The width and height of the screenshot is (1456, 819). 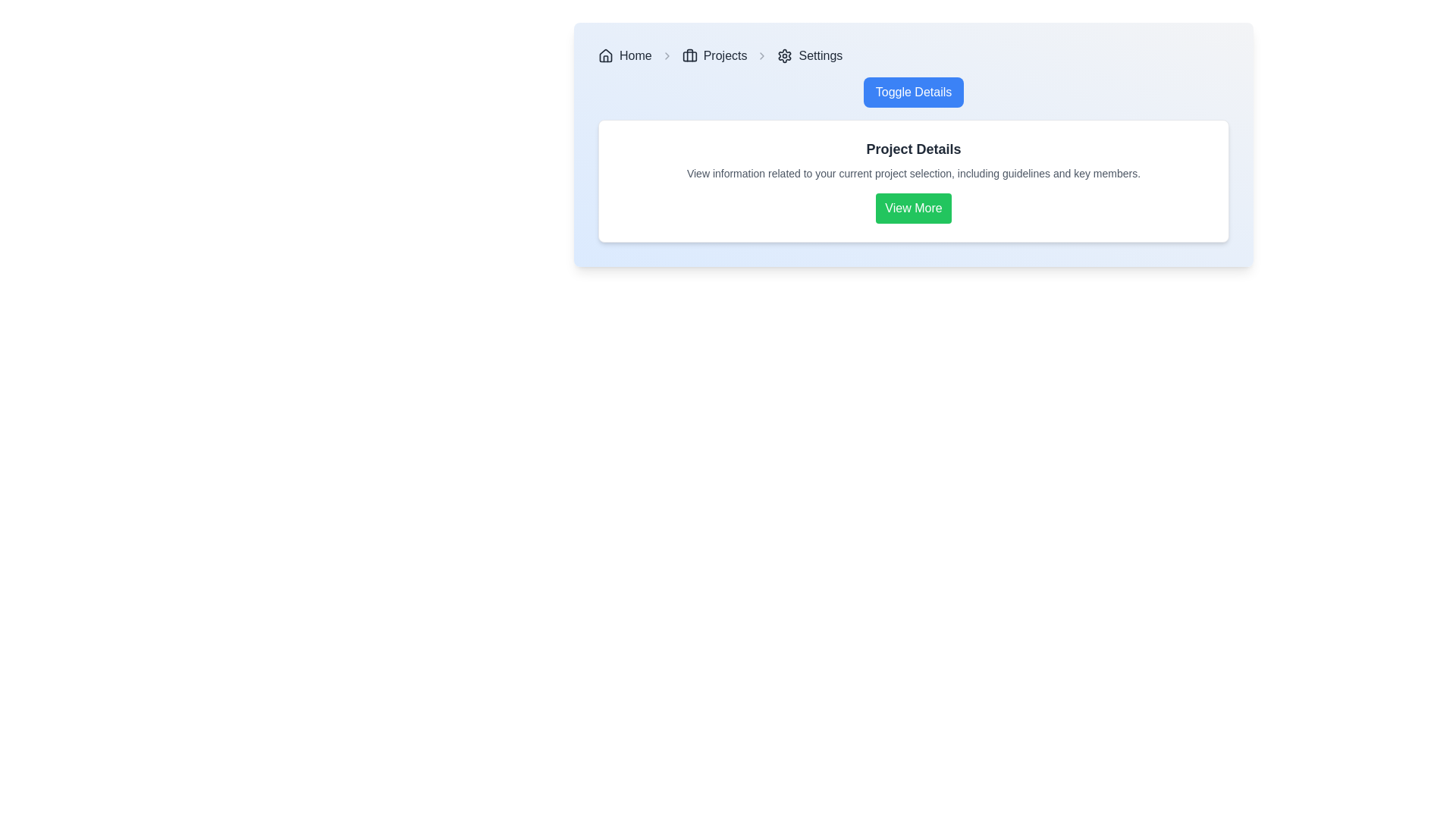 What do you see at coordinates (625, 55) in the screenshot?
I see `the 'Home' hyperlink text with icon, which is the first item in the navigation bar` at bounding box center [625, 55].